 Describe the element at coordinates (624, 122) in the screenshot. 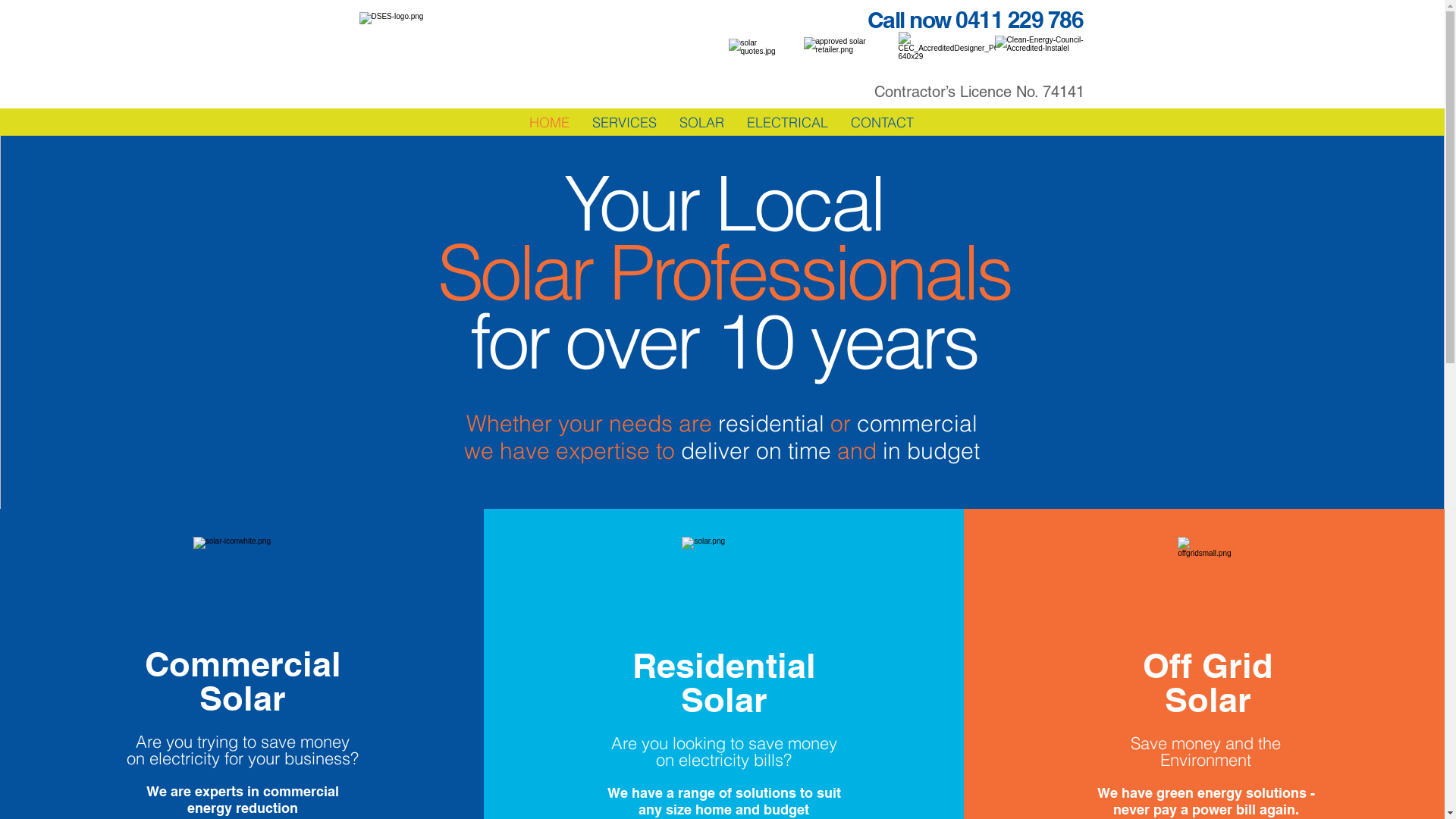

I see `'SERVICES'` at that location.